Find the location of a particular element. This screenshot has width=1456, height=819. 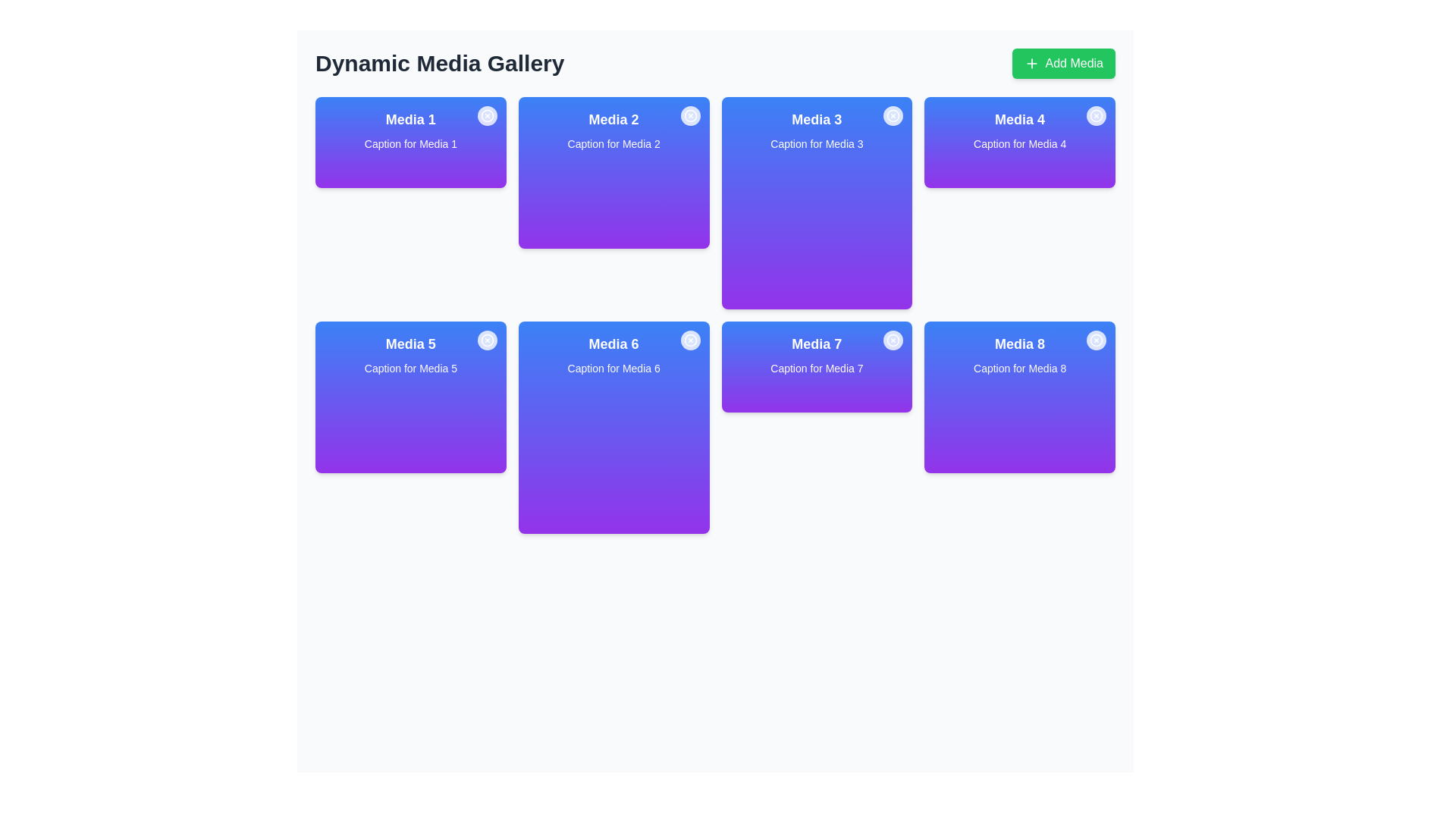

the SVG circle graphic representing an alert or deletion feature located in the upper-right corner of the 'Media 2' card is located at coordinates (689, 115).